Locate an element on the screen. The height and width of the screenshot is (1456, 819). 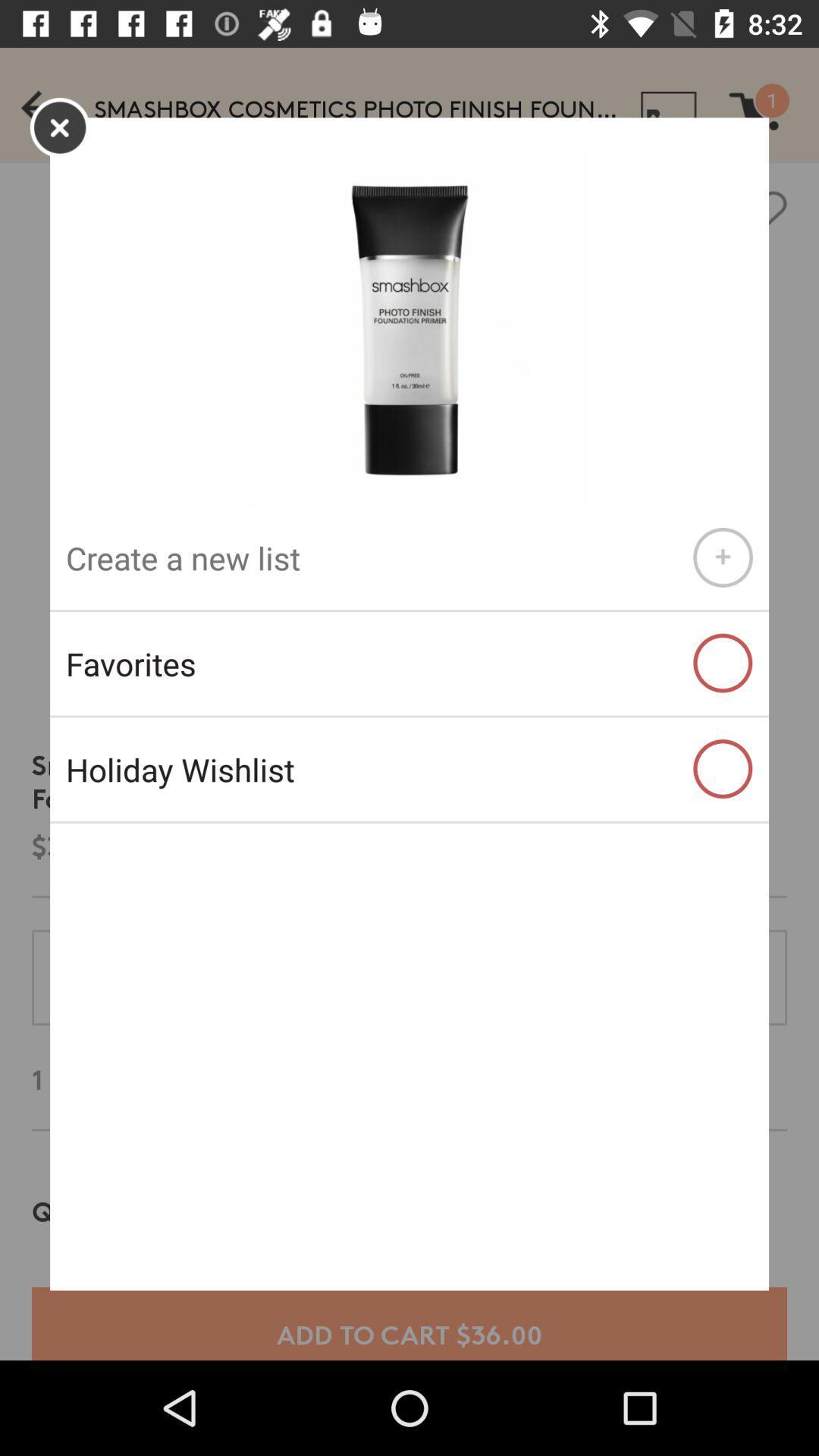
the radio button which is to the right side of the holiday wishlist is located at coordinates (722, 769).